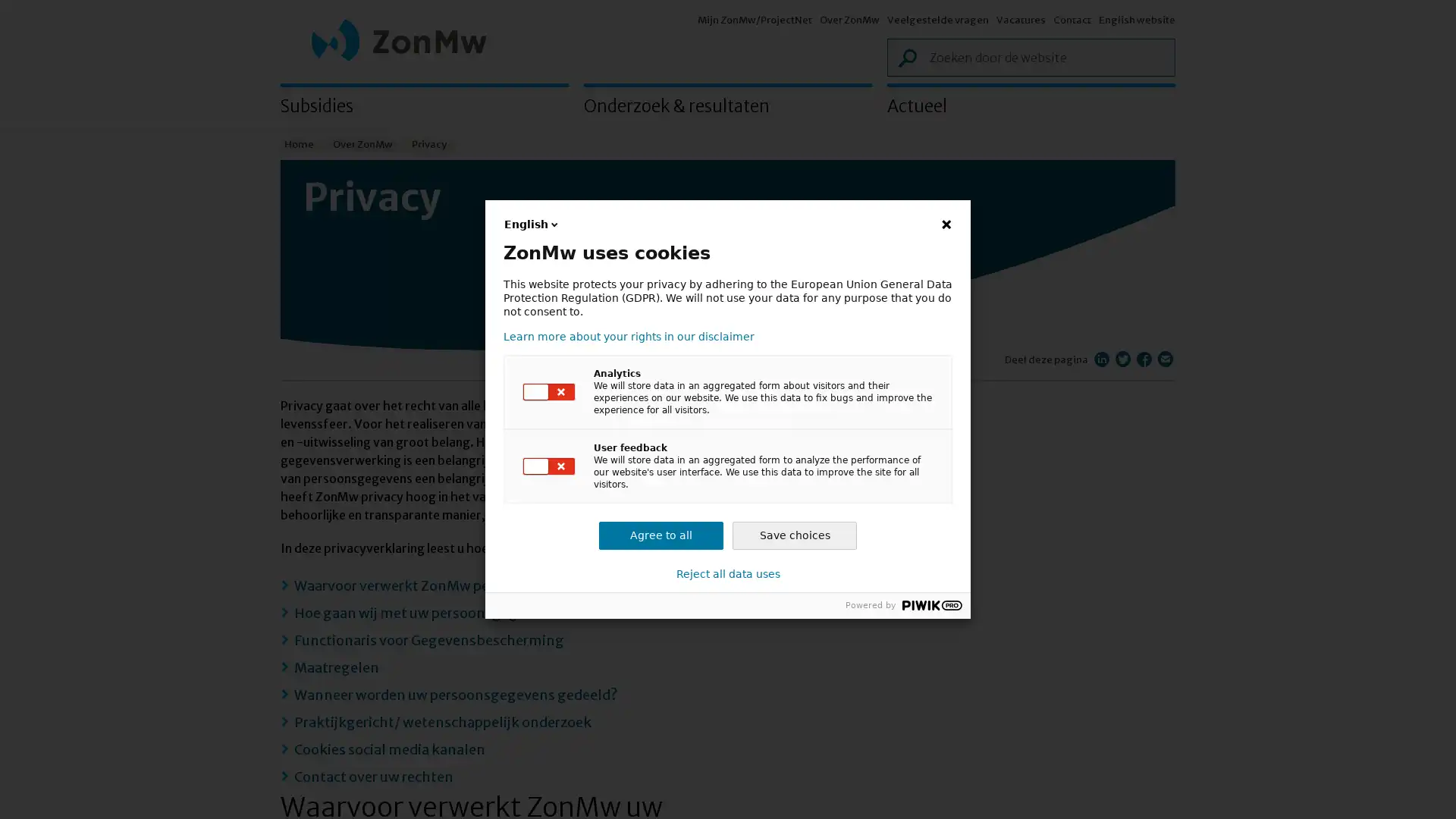 This screenshot has width=1456, height=819. Describe the element at coordinates (726, 573) in the screenshot. I see `Reject all data uses` at that location.